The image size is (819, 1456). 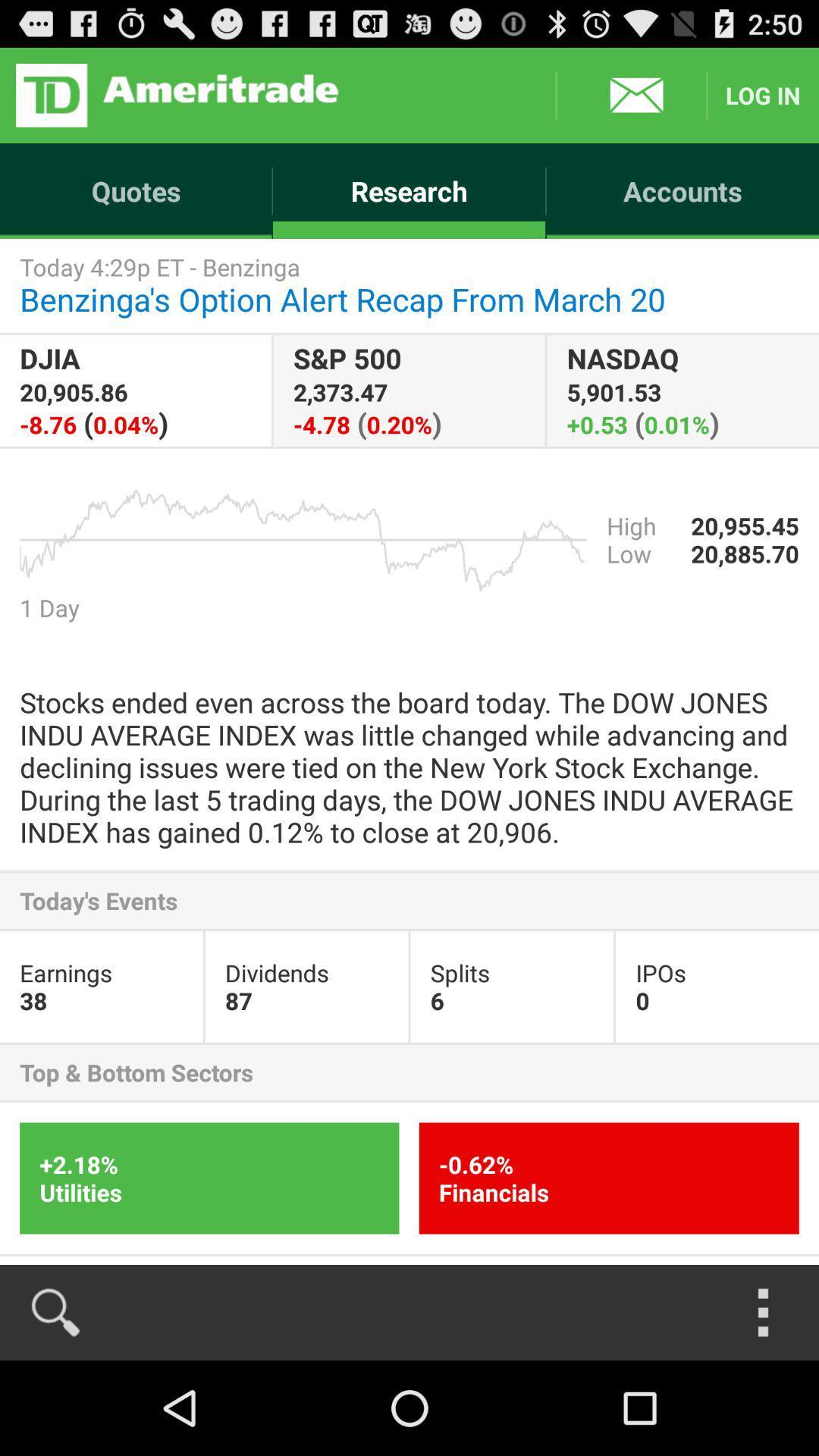 What do you see at coordinates (408, 190) in the screenshot?
I see `the item next to the quotes` at bounding box center [408, 190].